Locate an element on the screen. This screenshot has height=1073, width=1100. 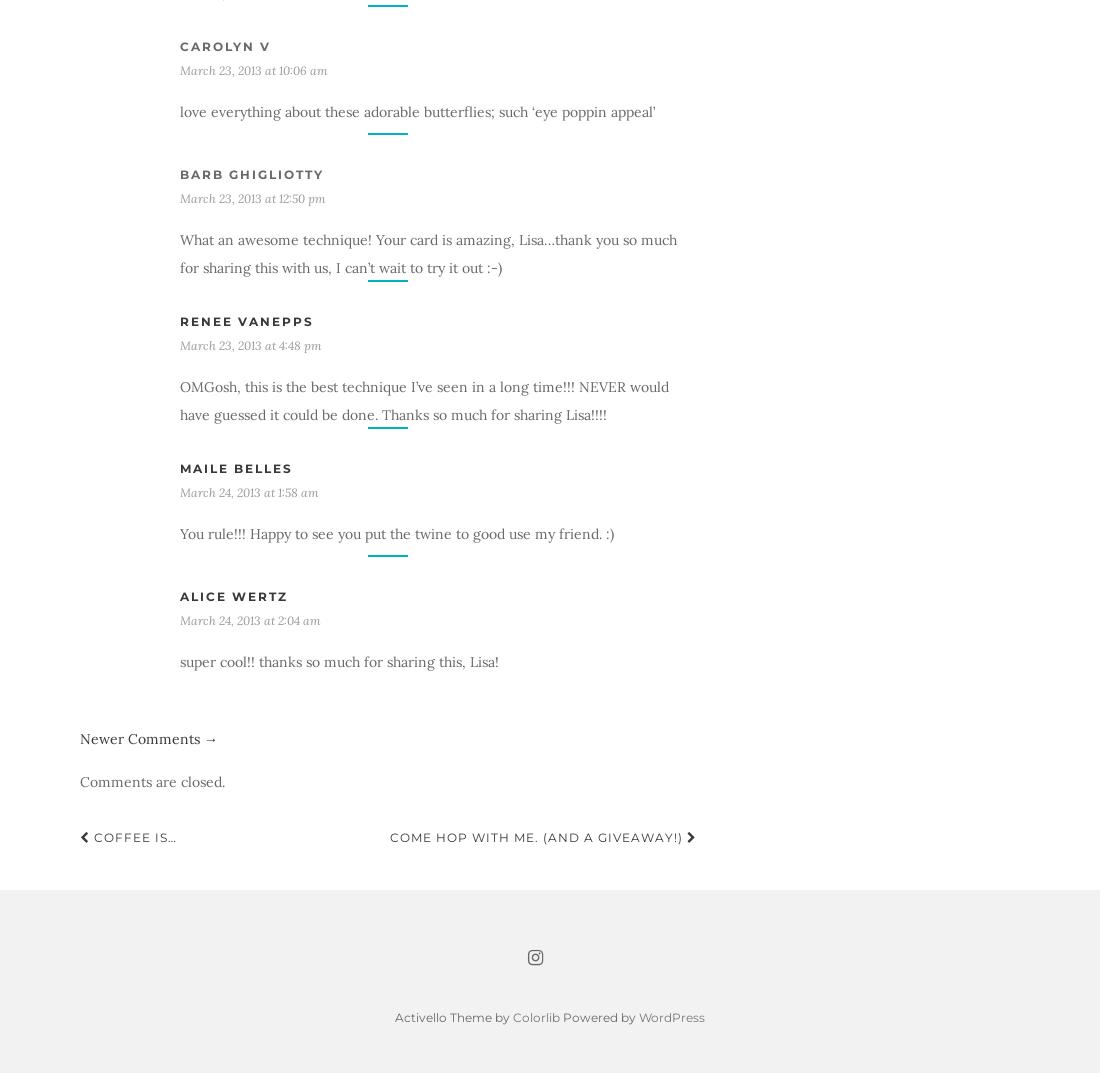
'Renee VanEpps' is located at coordinates (246, 320).